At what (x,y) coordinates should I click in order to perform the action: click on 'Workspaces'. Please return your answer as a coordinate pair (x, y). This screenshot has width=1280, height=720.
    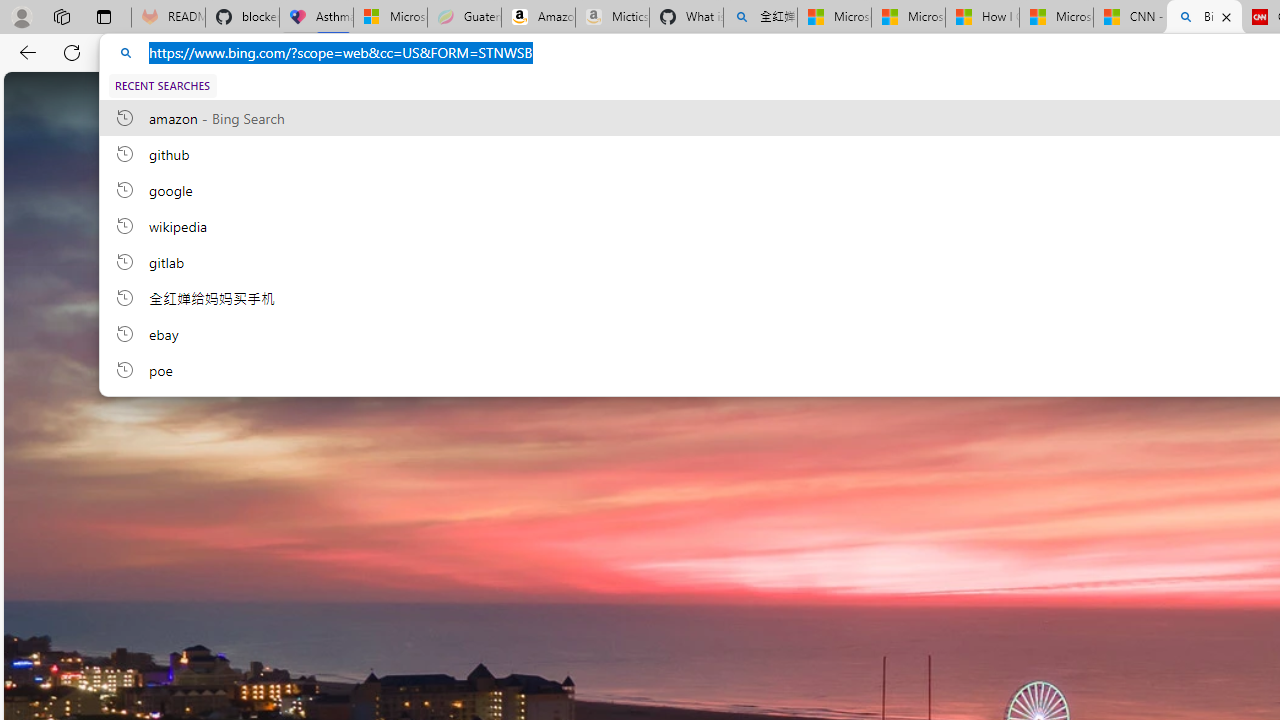
    Looking at the image, I should click on (61, 16).